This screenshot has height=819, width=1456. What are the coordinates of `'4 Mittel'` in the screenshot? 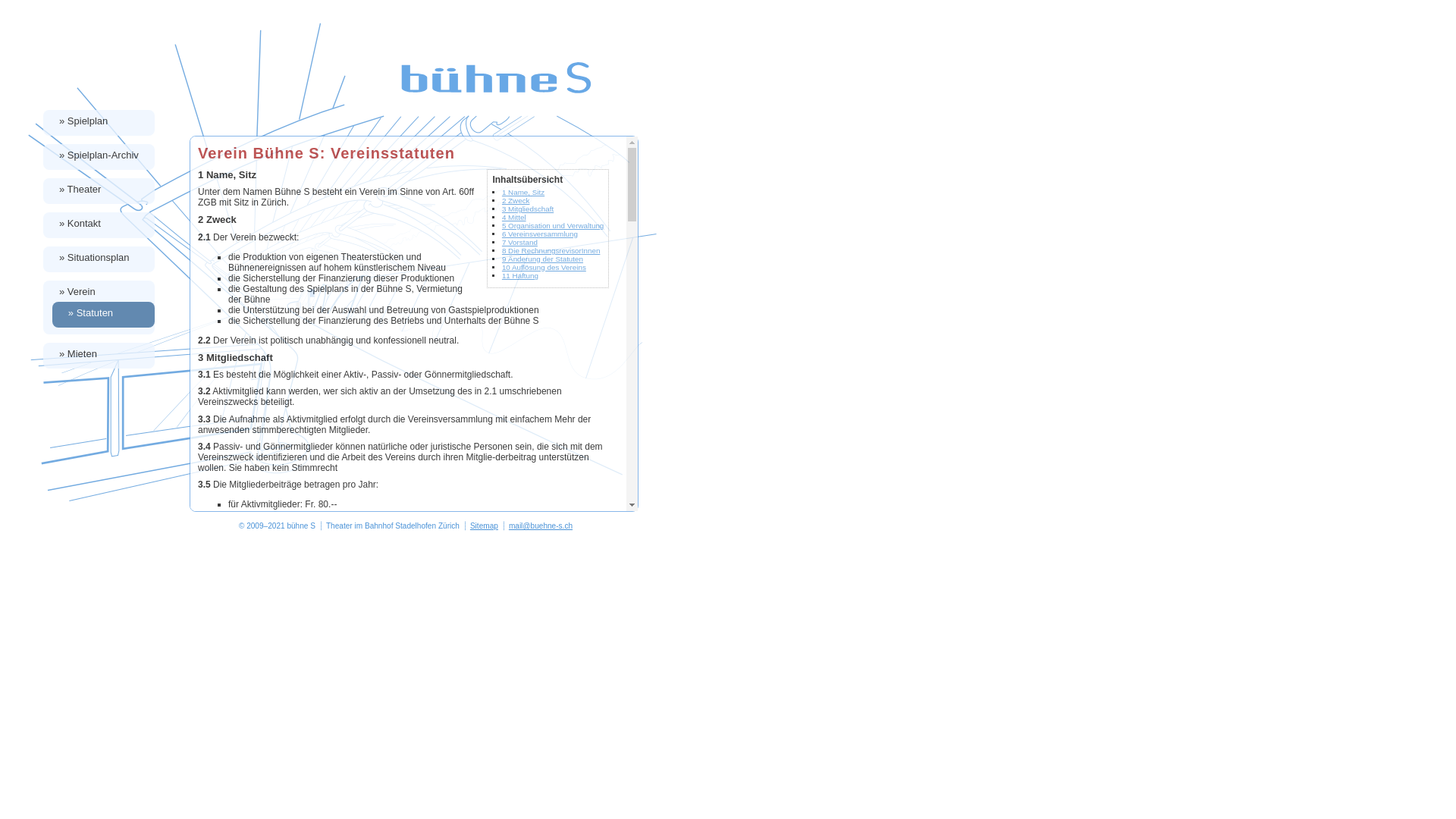 It's located at (513, 217).